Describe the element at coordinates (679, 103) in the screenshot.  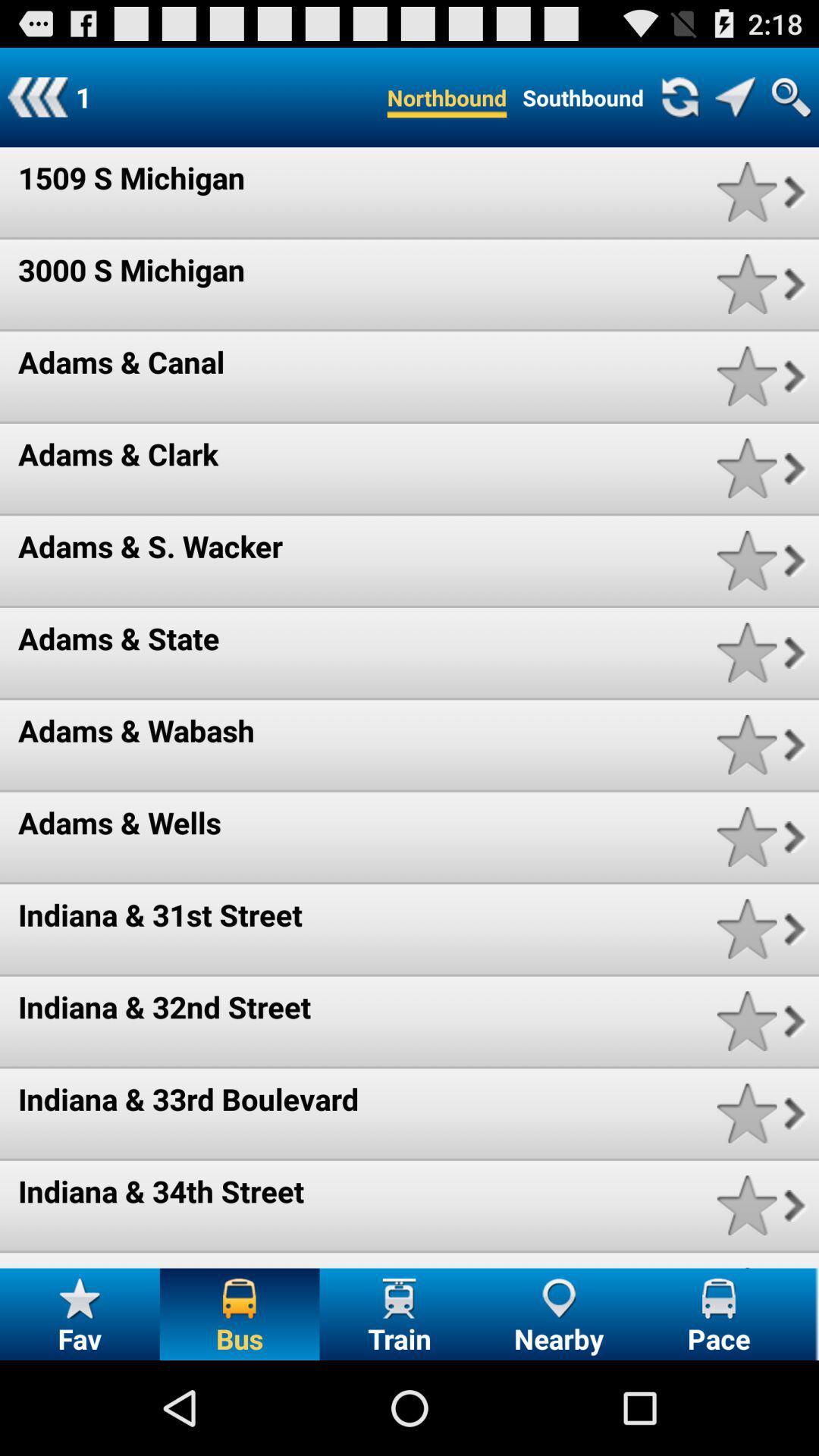
I see `the refresh icon` at that location.